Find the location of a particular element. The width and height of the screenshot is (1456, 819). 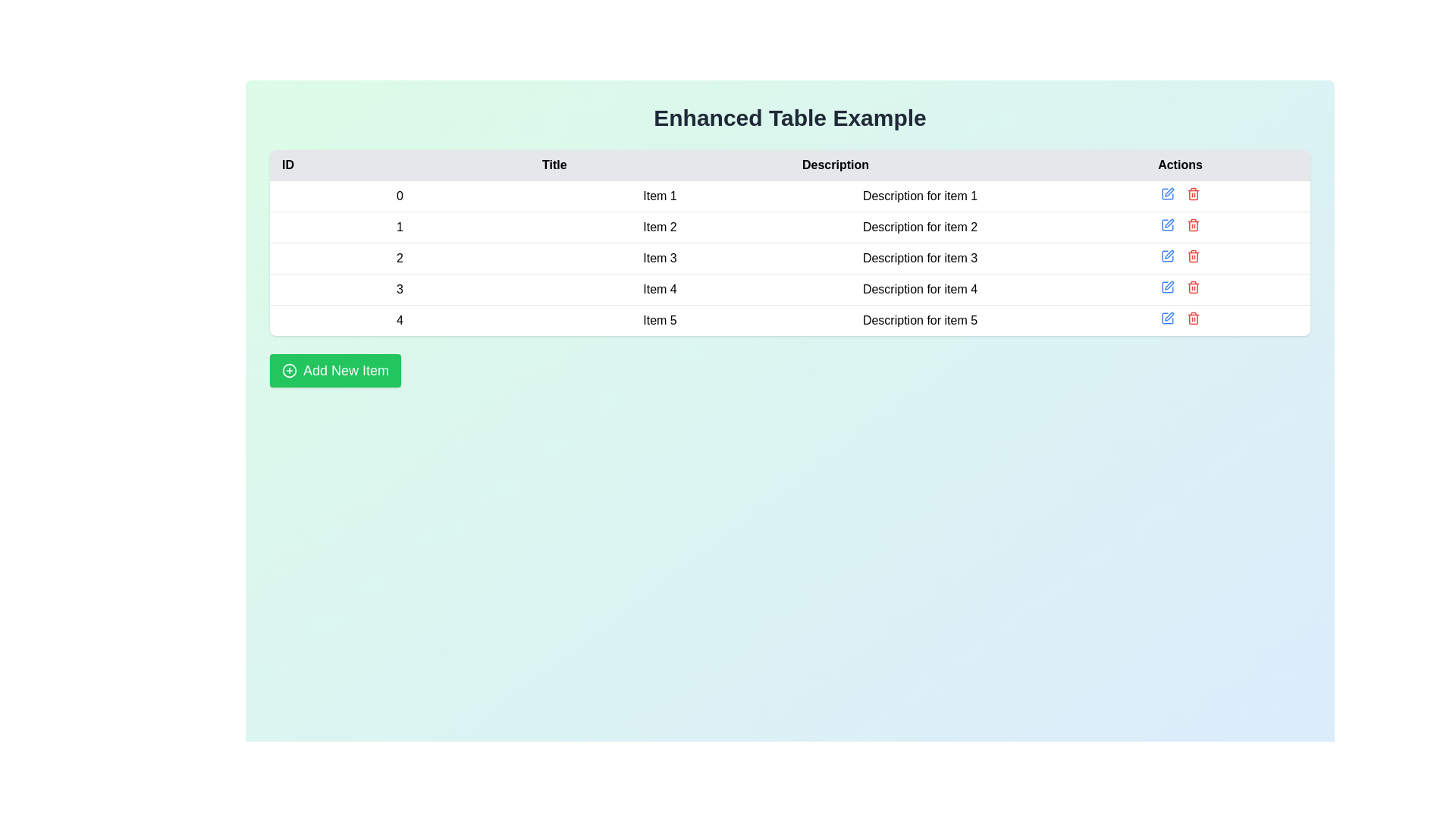

the 'Edit' button in the Interactive control group for 'Item 3' located in the fourth column of the table under the 'Actions' section is located at coordinates (1179, 256).